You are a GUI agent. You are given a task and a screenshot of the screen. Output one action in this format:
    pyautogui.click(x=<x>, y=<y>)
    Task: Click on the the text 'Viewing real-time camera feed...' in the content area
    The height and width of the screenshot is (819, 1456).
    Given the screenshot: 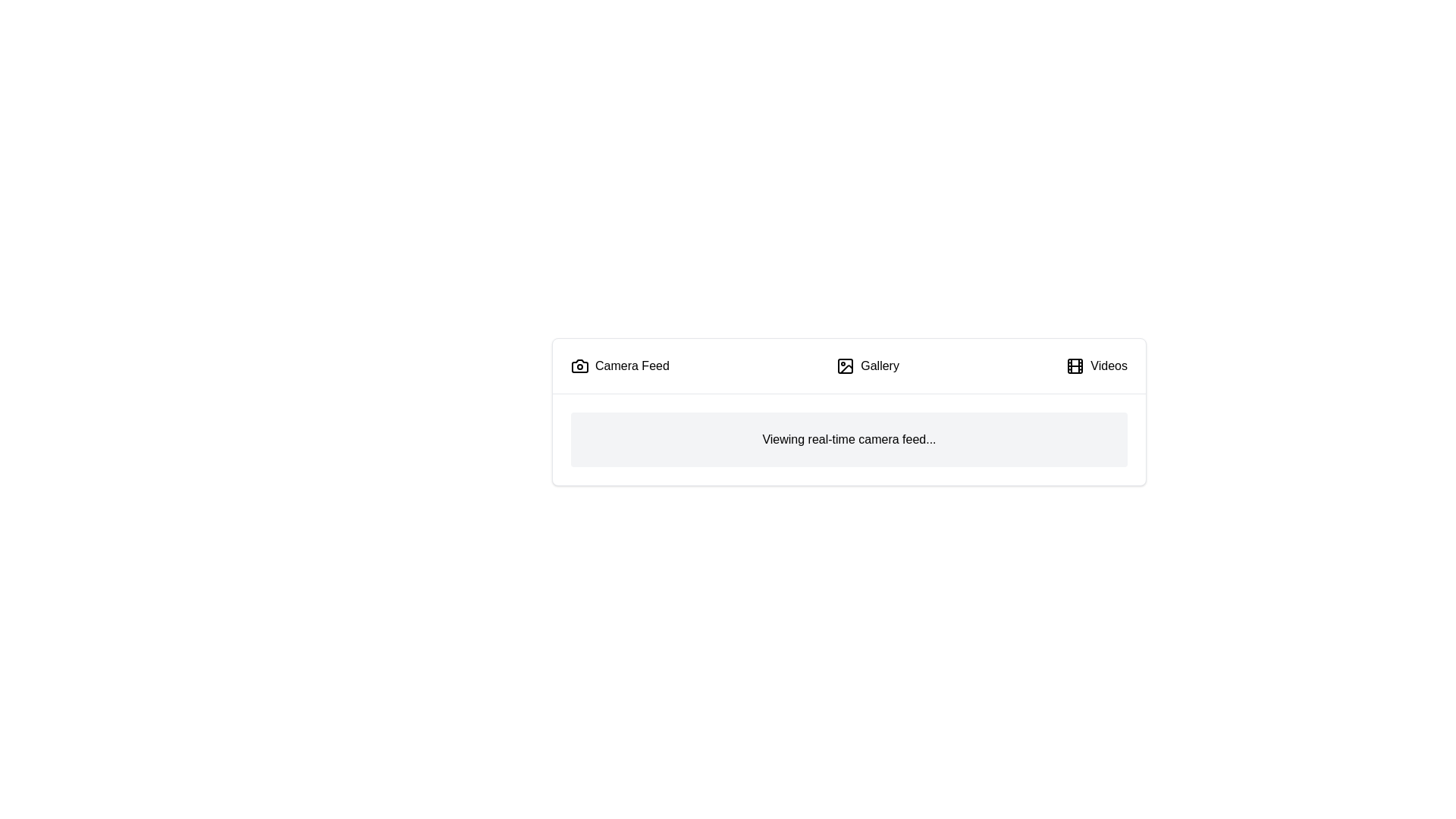 What is the action you would take?
    pyautogui.click(x=848, y=439)
    